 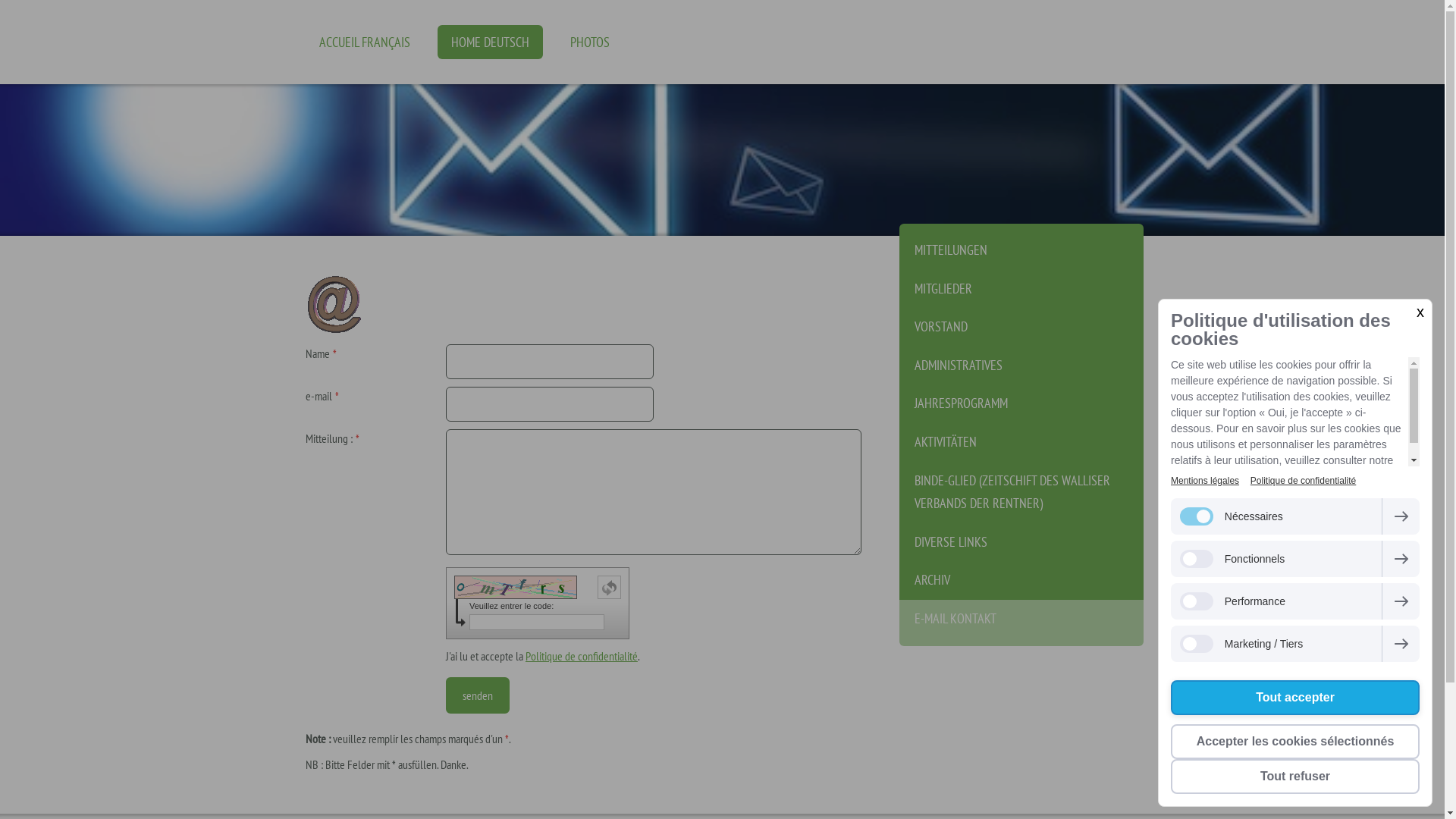 What do you see at coordinates (1021, 492) in the screenshot?
I see `'BINDE-GLIED (ZEITSCHIFT DES WALLISER VERBANDS DER RENTNER)'` at bounding box center [1021, 492].